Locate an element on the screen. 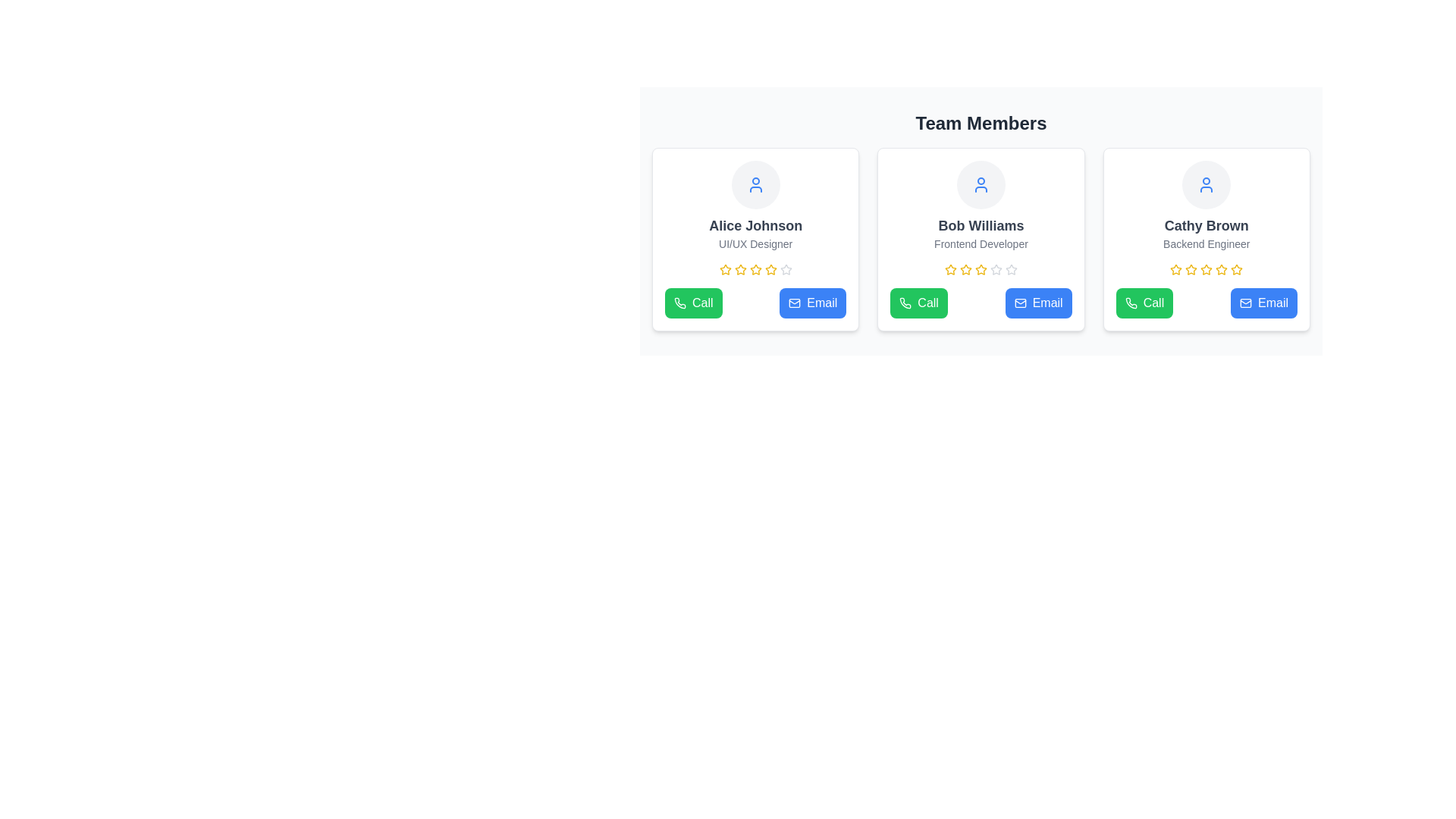  the first profile card in the grid layout, which contains information about an individual including their name, job title, contact methods, and a rating system is located at coordinates (755, 239).